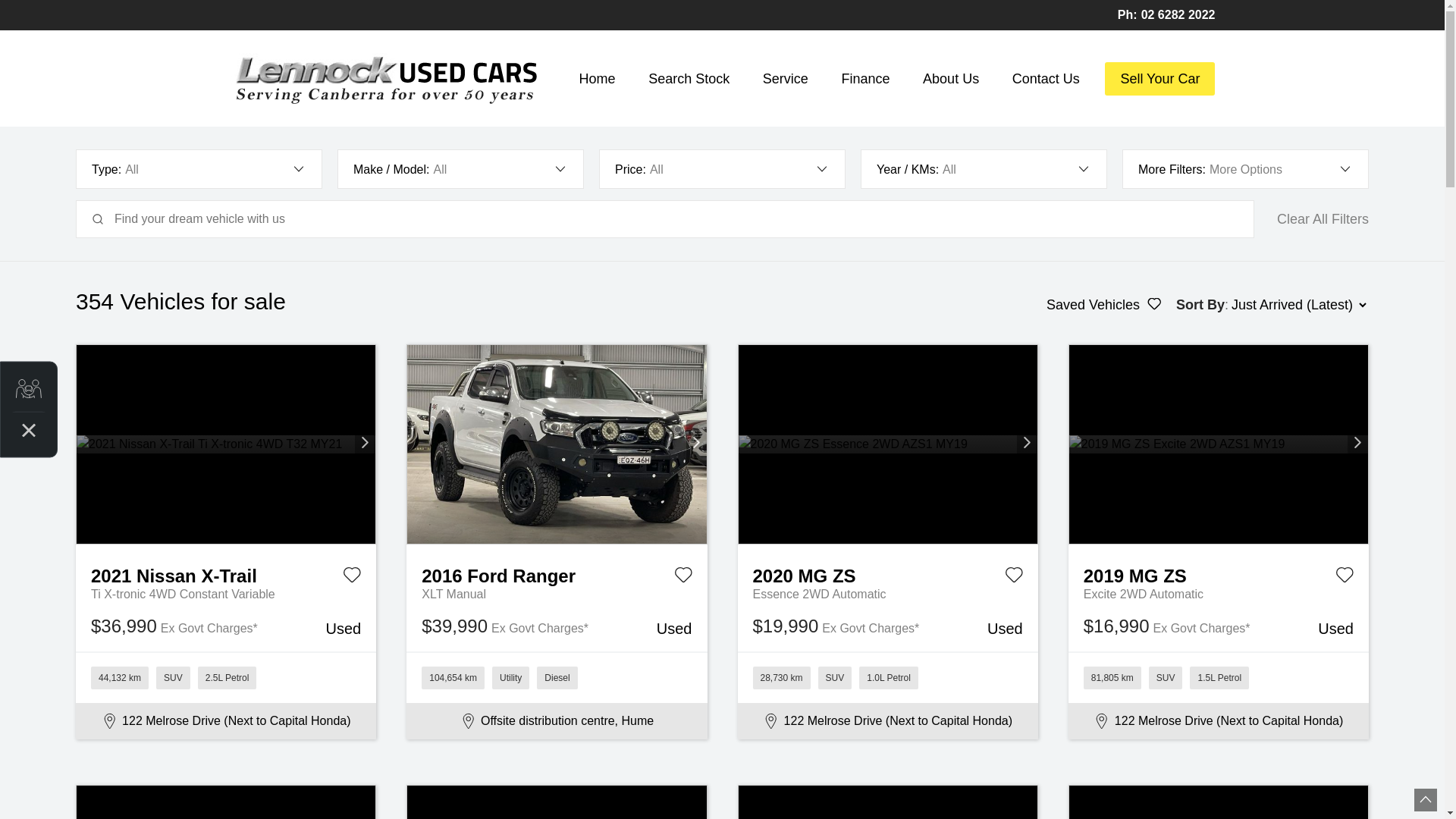 The image size is (1456, 819). I want to click on '2020 MG ZS Essence 2WD AZS1 MY19', so click(888, 444).